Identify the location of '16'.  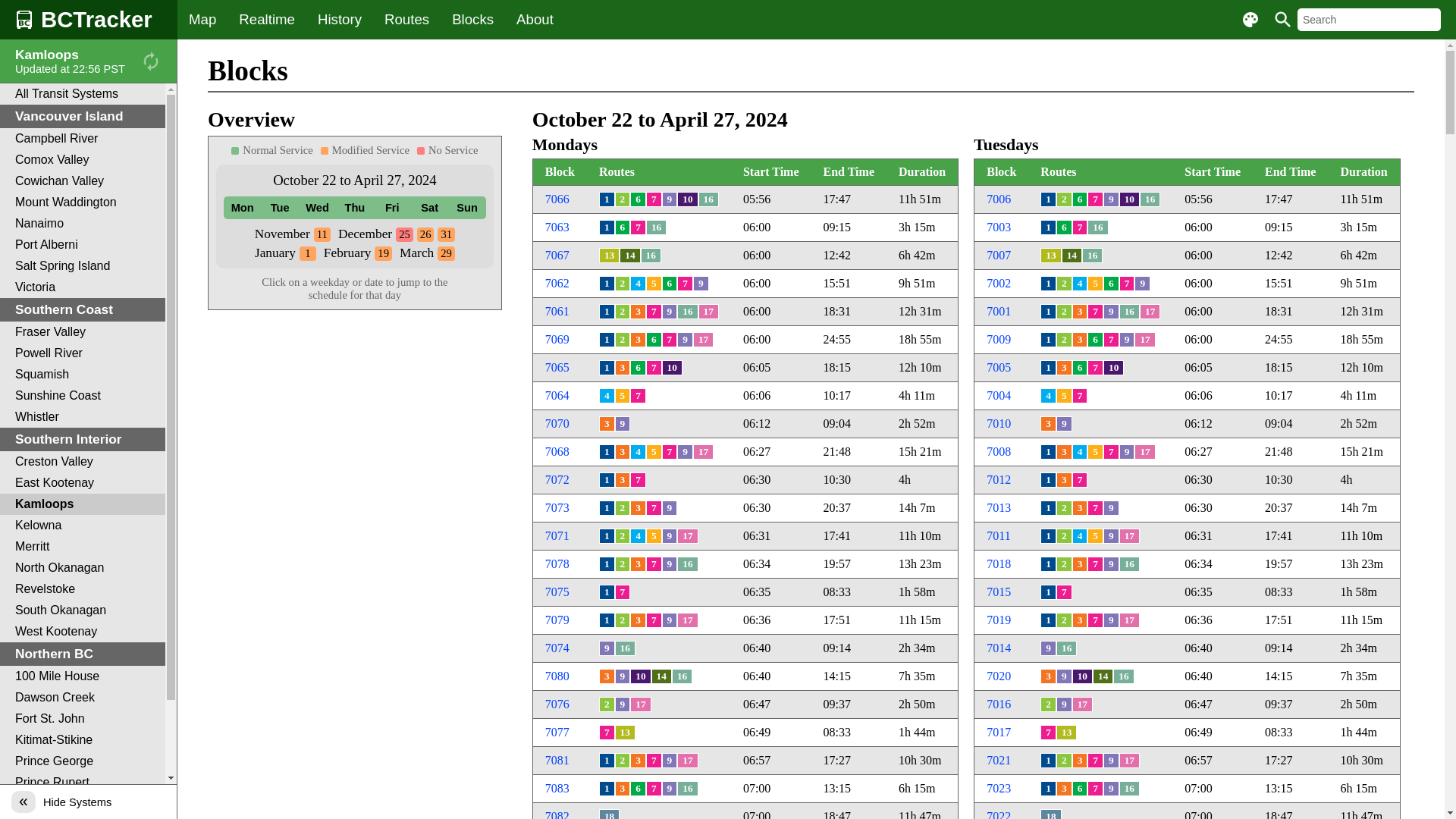
(1129, 311).